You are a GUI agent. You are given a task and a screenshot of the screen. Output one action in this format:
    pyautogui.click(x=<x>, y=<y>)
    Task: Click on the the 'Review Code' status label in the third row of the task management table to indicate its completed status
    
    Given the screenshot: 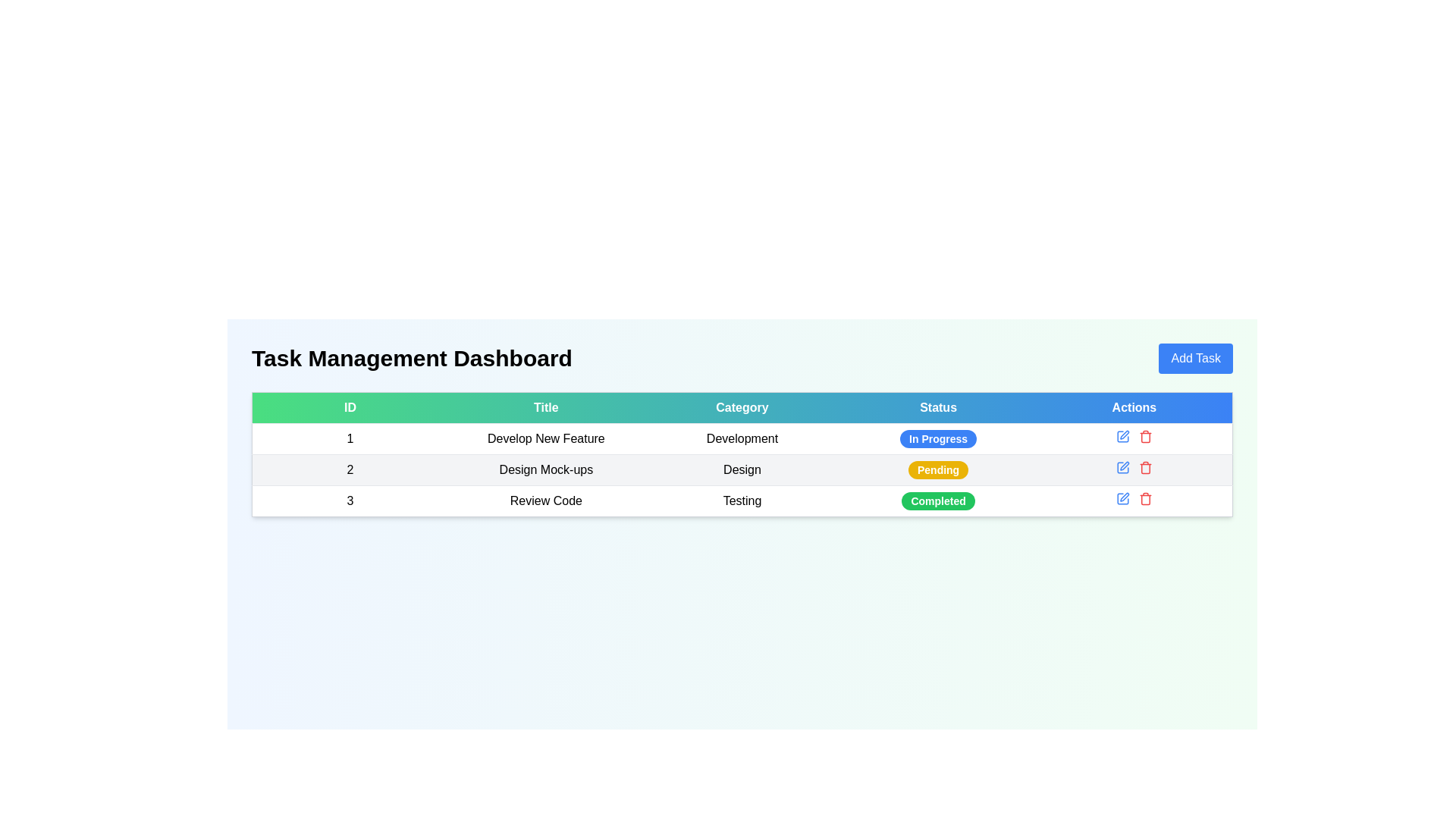 What is the action you would take?
    pyautogui.click(x=937, y=500)
    